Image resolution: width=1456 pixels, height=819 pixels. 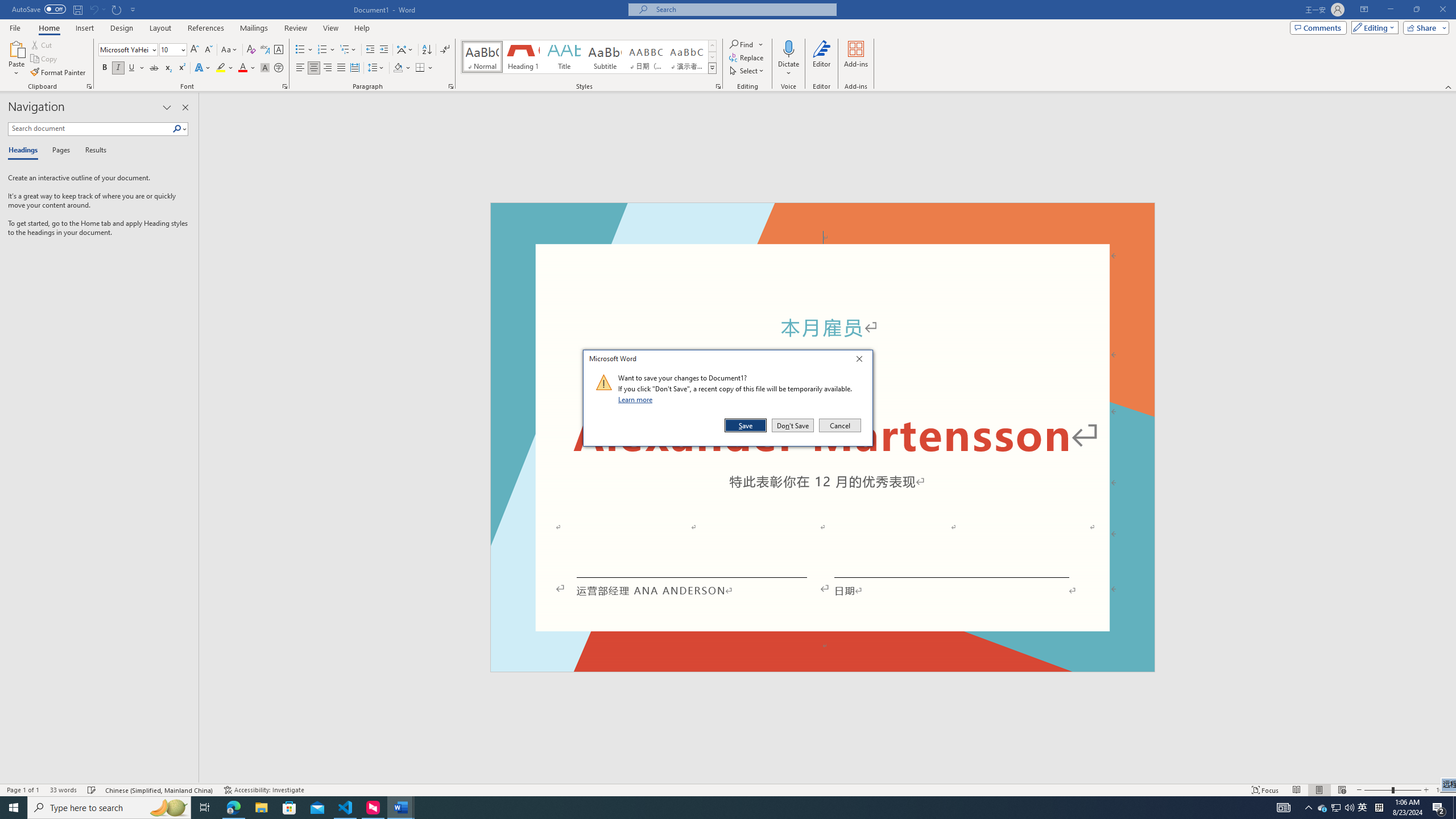 I want to click on 'Show desktop', so click(x=1454, y=806).